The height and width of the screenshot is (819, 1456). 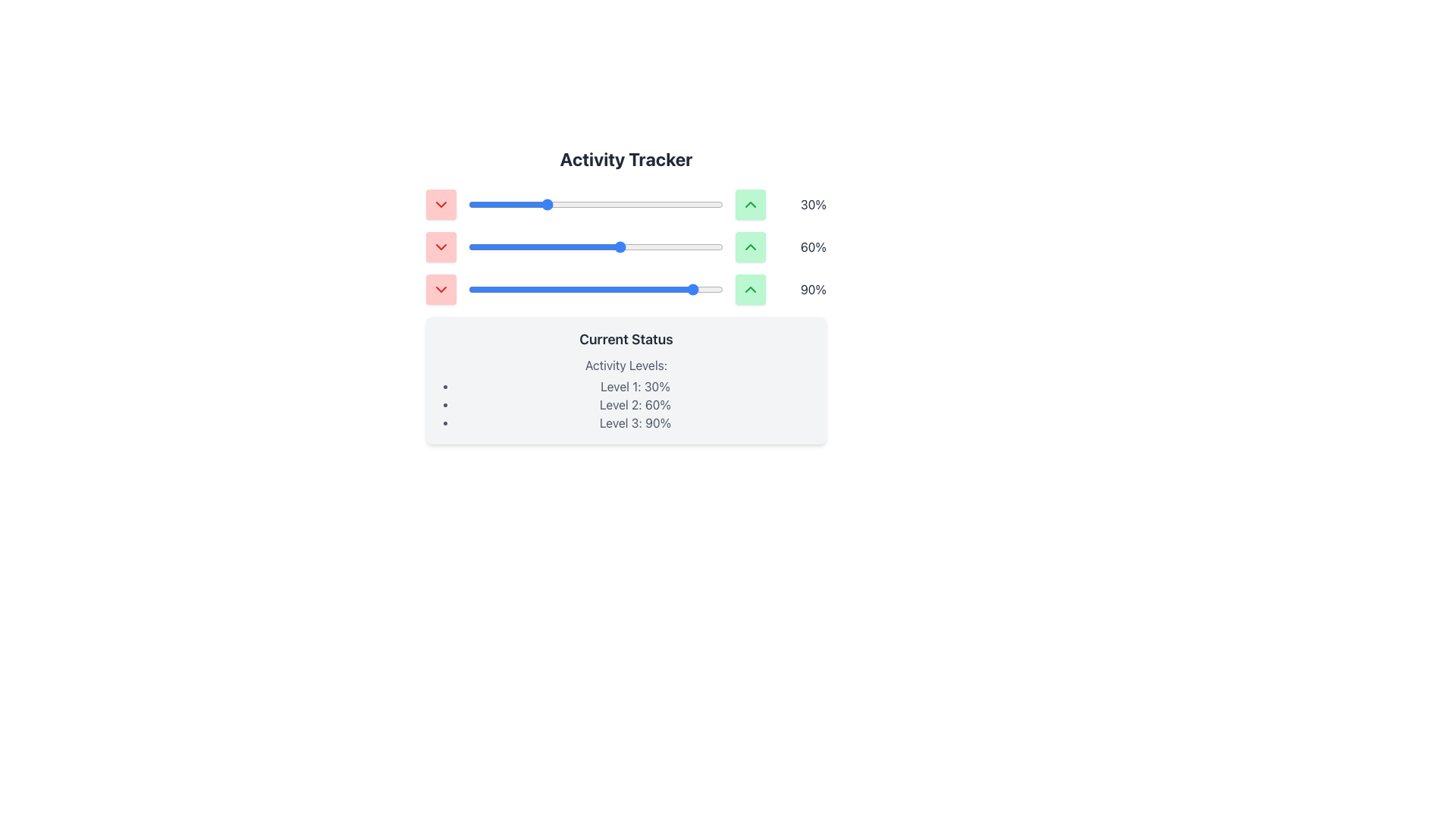 What do you see at coordinates (595, 205) in the screenshot?
I see `the blue knob of the range slider, which is positioned horizontally between a downward red button and an upward green button` at bounding box center [595, 205].